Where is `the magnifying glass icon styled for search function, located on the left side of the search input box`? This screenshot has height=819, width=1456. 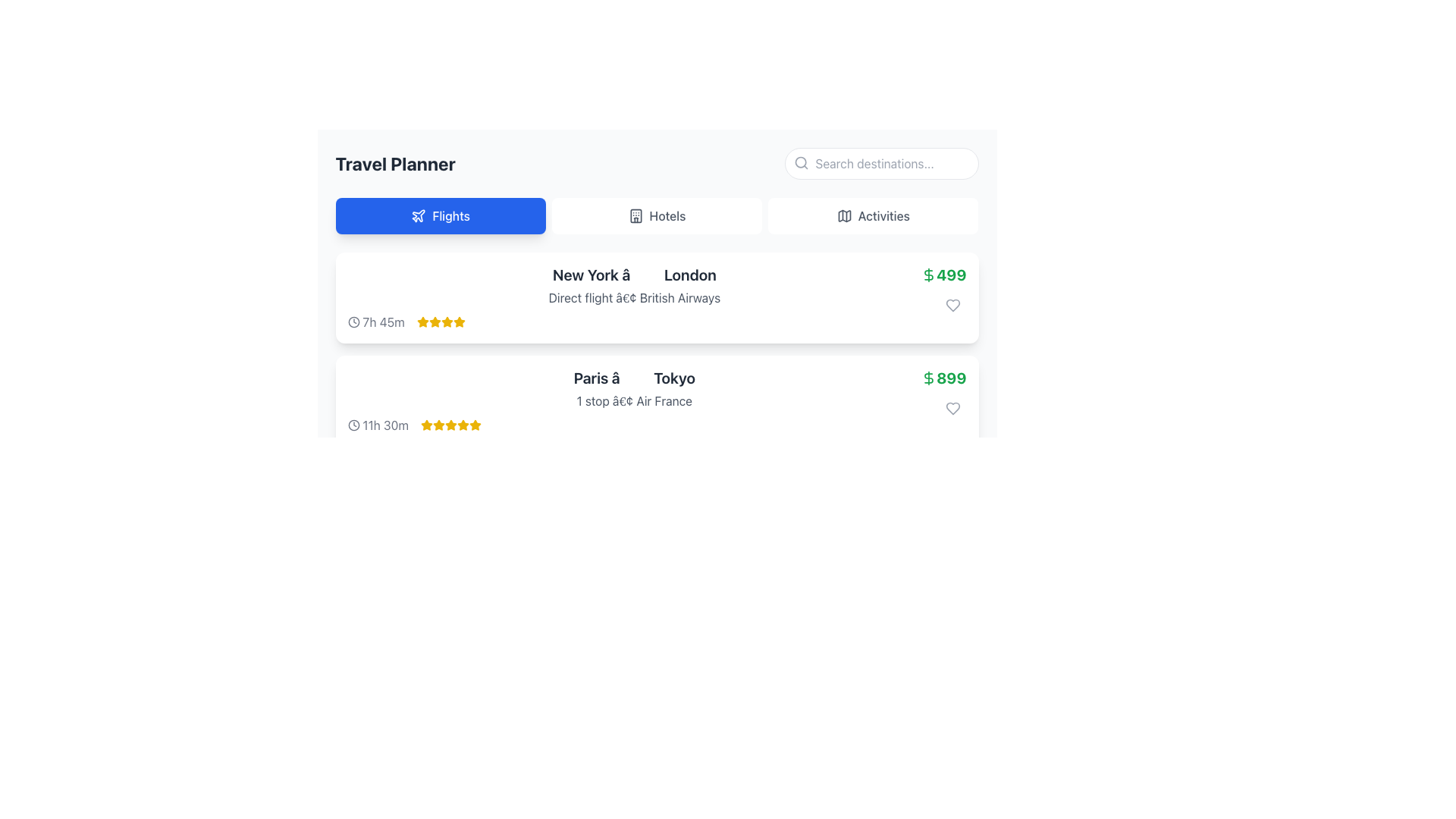 the magnifying glass icon styled for search function, located on the left side of the search input box is located at coordinates (800, 163).